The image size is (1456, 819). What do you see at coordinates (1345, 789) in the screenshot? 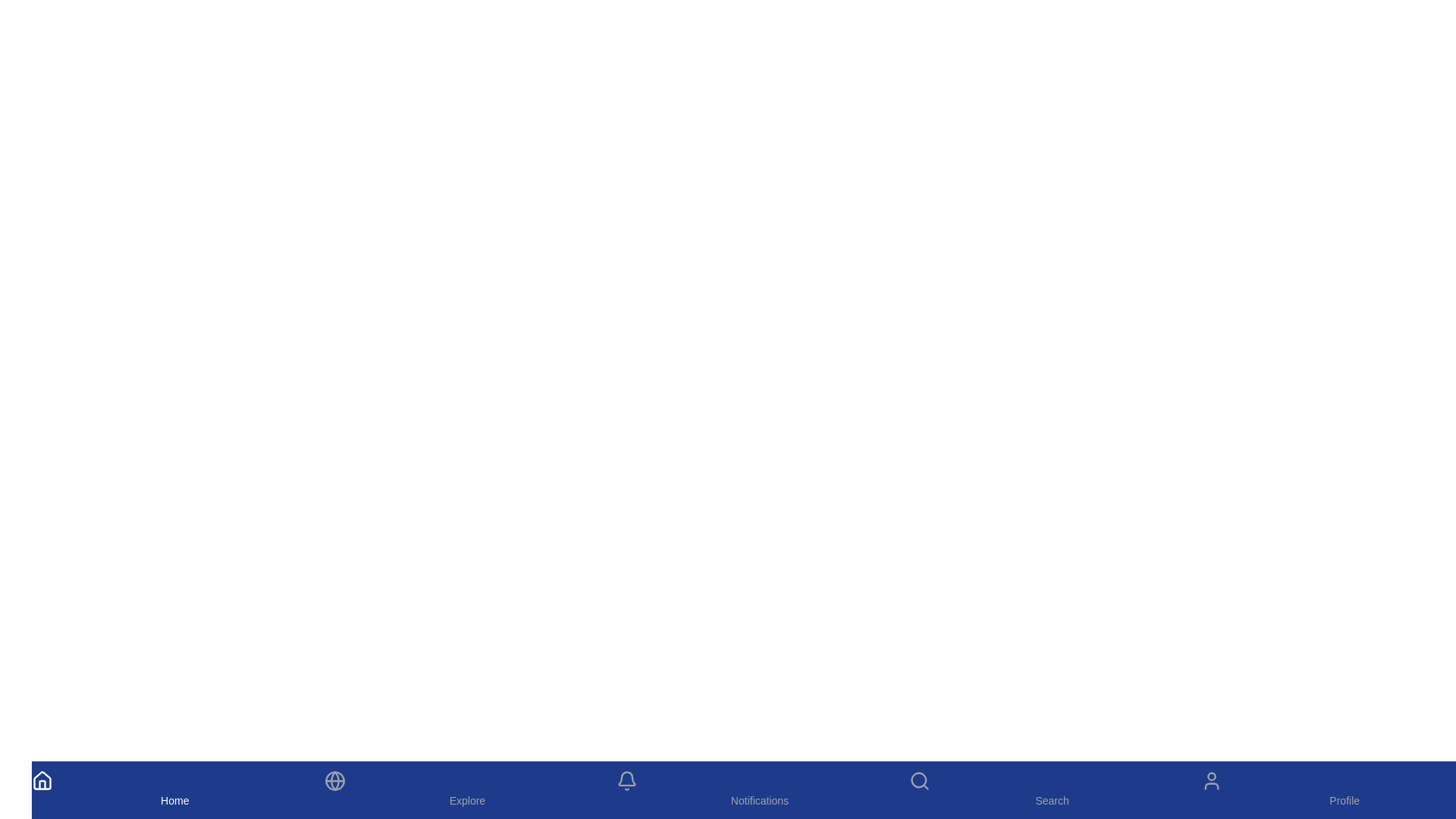
I see `the Profile tab by clicking on its icon` at bounding box center [1345, 789].